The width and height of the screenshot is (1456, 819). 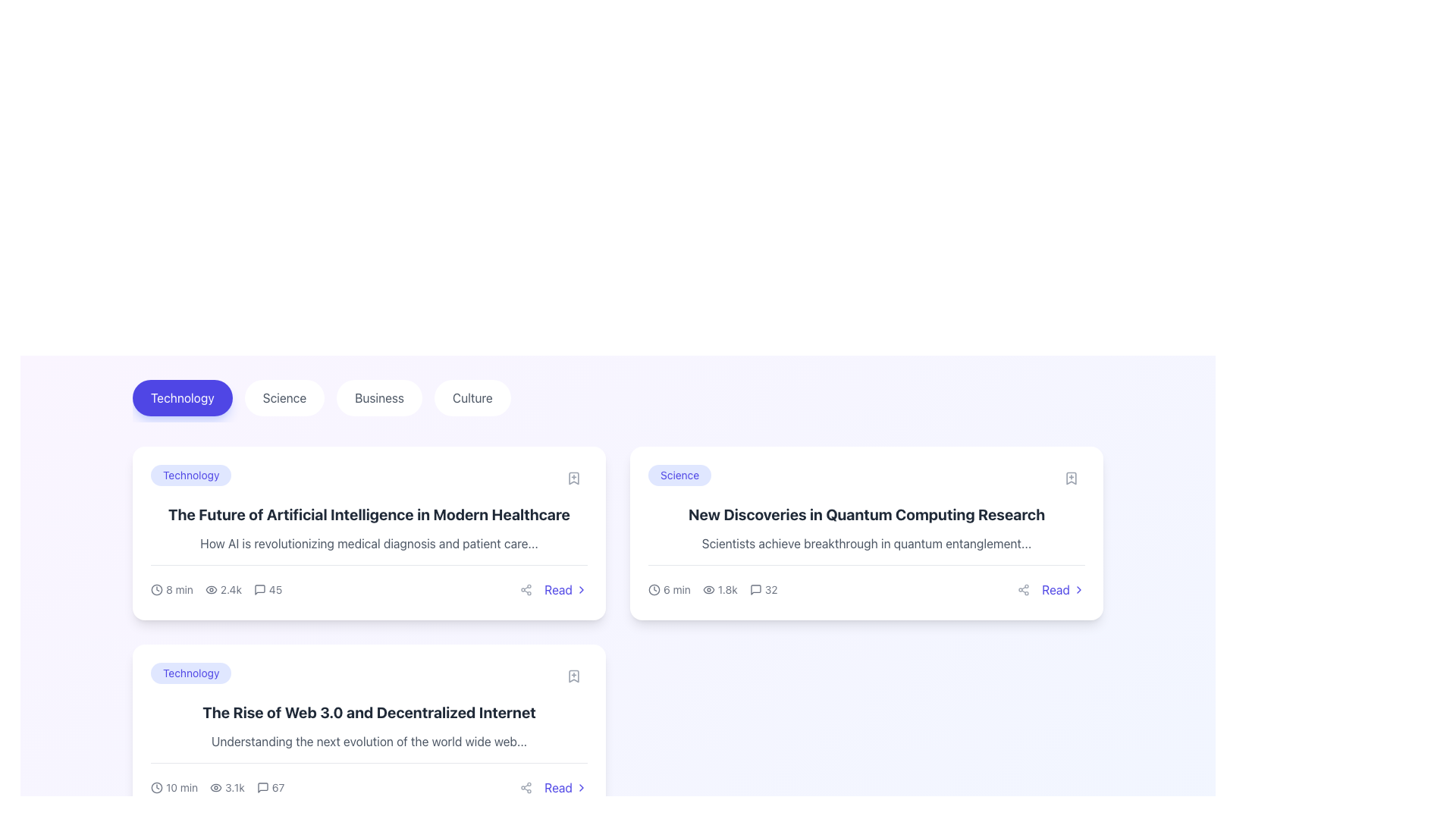 What do you see at coordinates (369, 780) in the screenshot?
I see `the graphical icons (clock, eye, or comment) within the Informational bar at the bottom of the second blog card in the Technology category` at bounding box center [369, 780].